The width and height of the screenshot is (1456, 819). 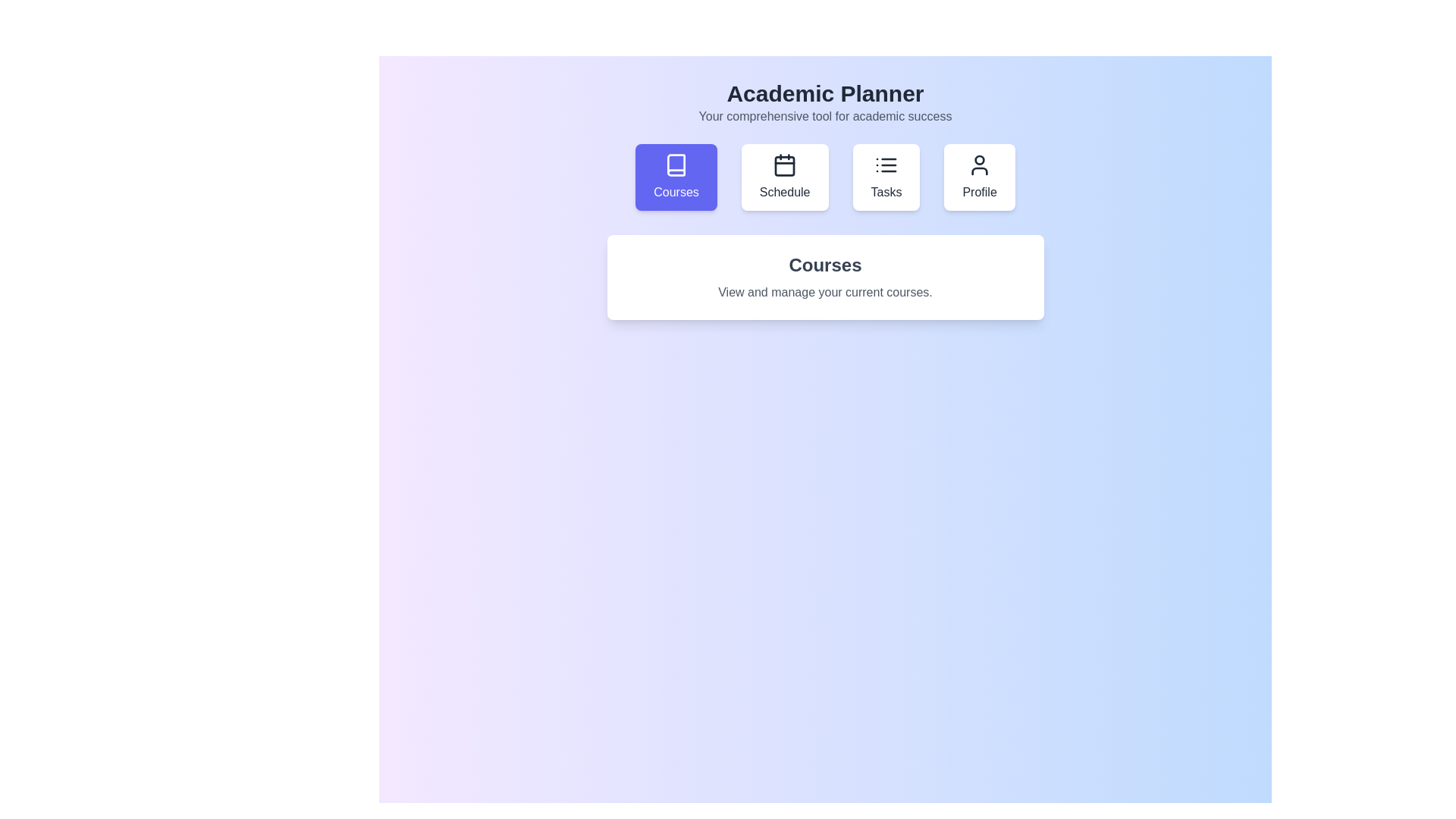 I want to click on the Tasks tab to view its content, so click(x=886, y=177).